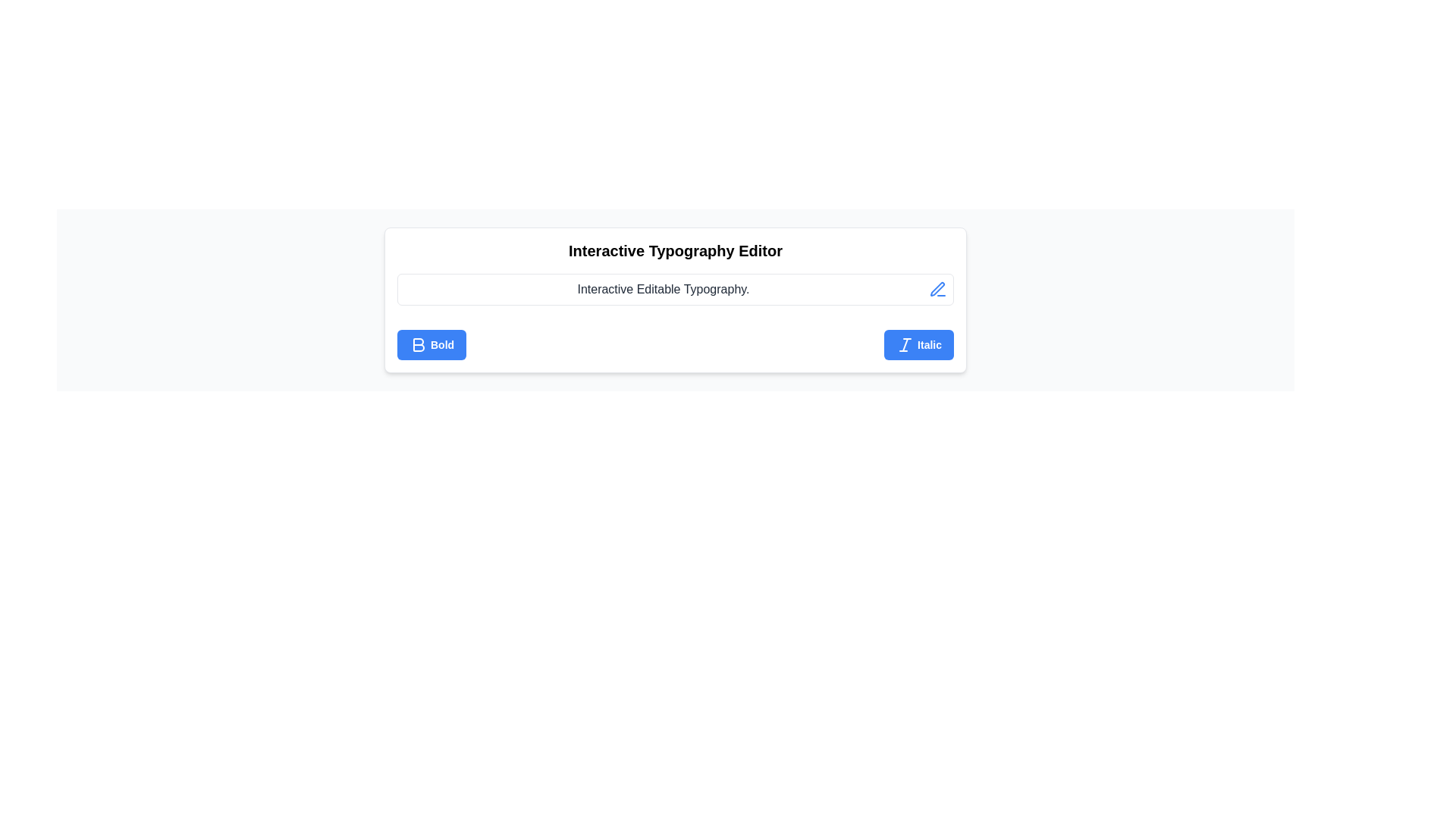 This screenshot has height=819, width=1456. I want to click on the bold formatting button located at the bottom left corner of the typography editor to apply bold styling to the selected text, so click(431, 345).